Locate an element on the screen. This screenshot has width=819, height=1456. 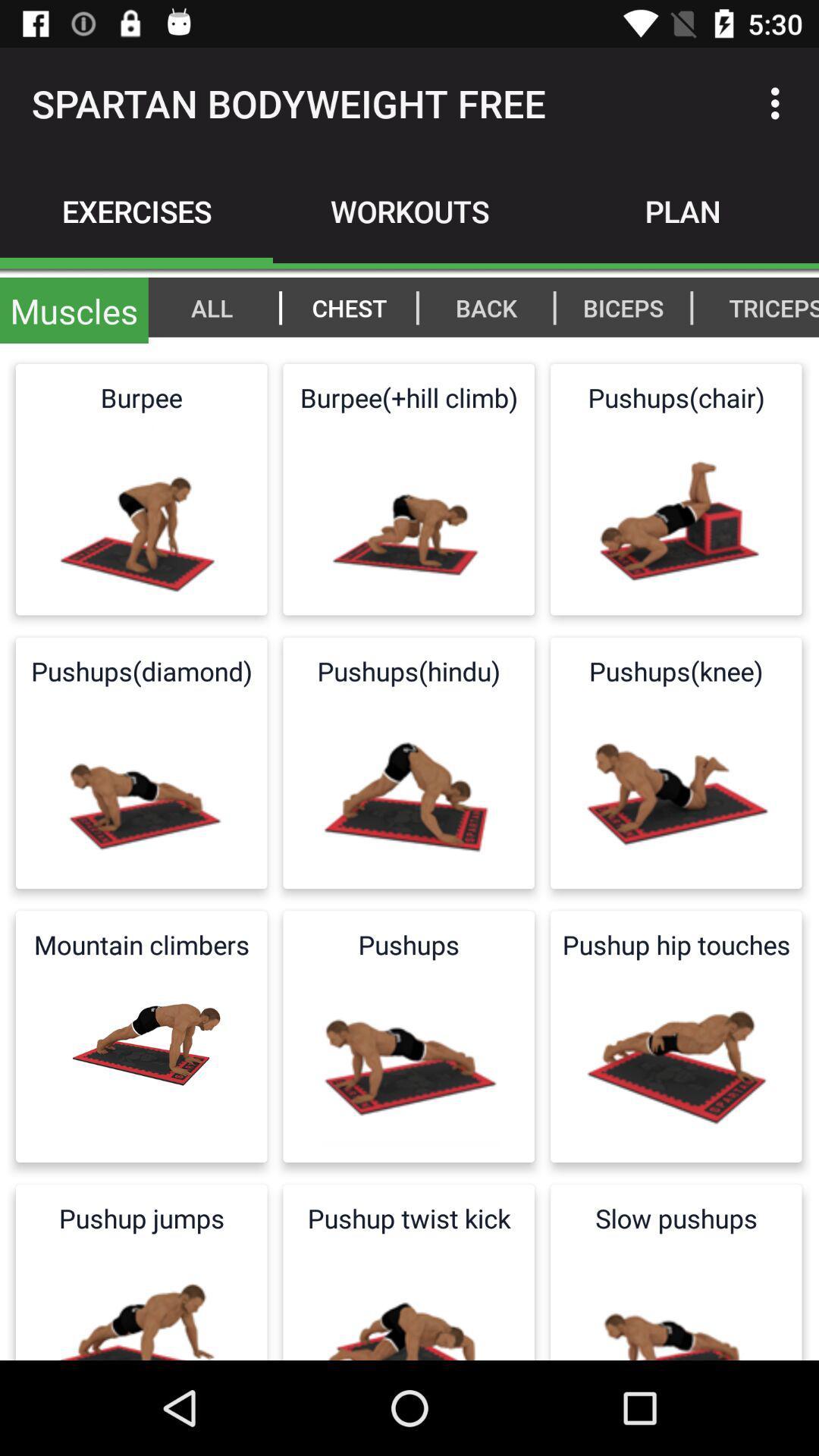
icon to the left of | item is located at coordinates (349, 306).